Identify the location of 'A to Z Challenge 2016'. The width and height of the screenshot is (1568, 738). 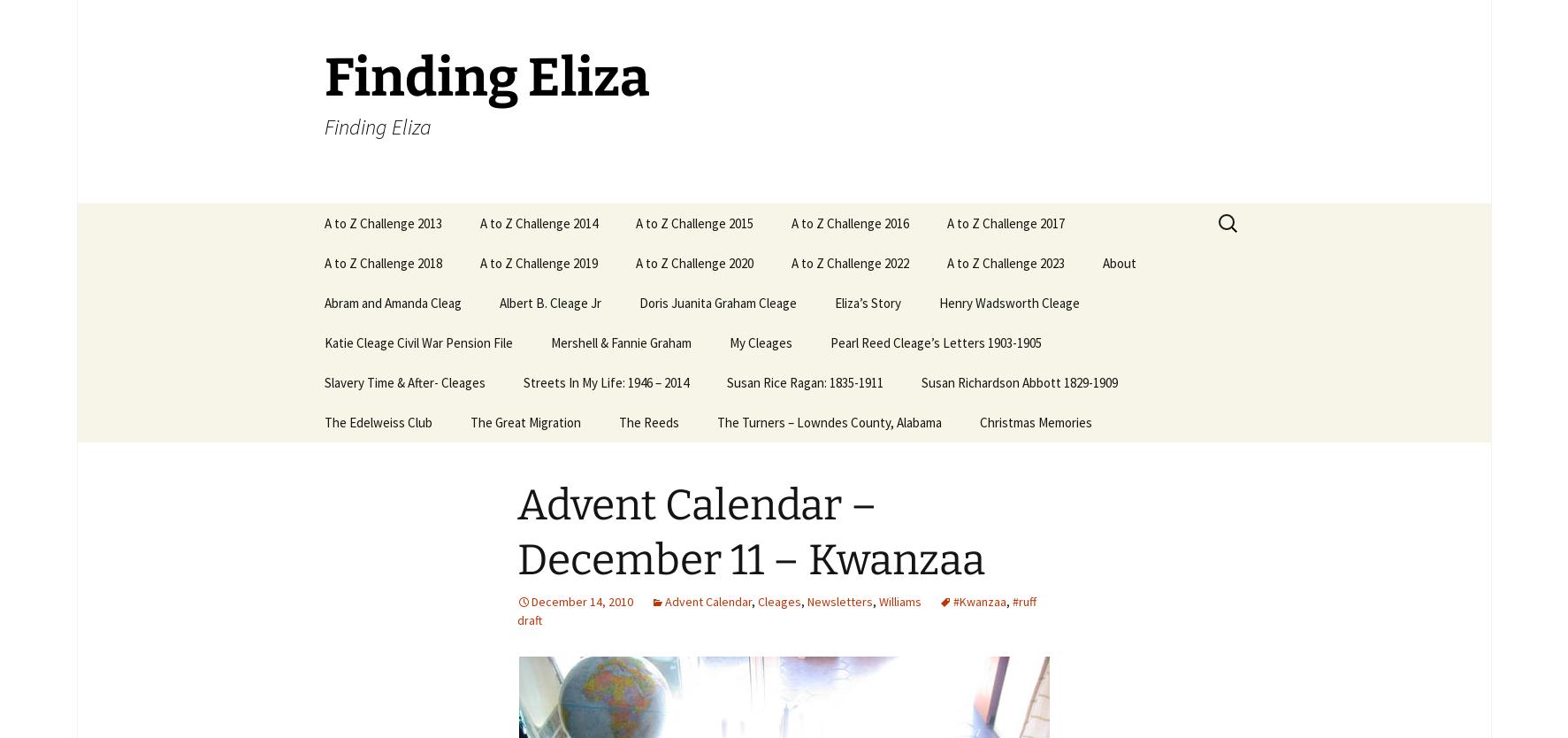
(849, 222).